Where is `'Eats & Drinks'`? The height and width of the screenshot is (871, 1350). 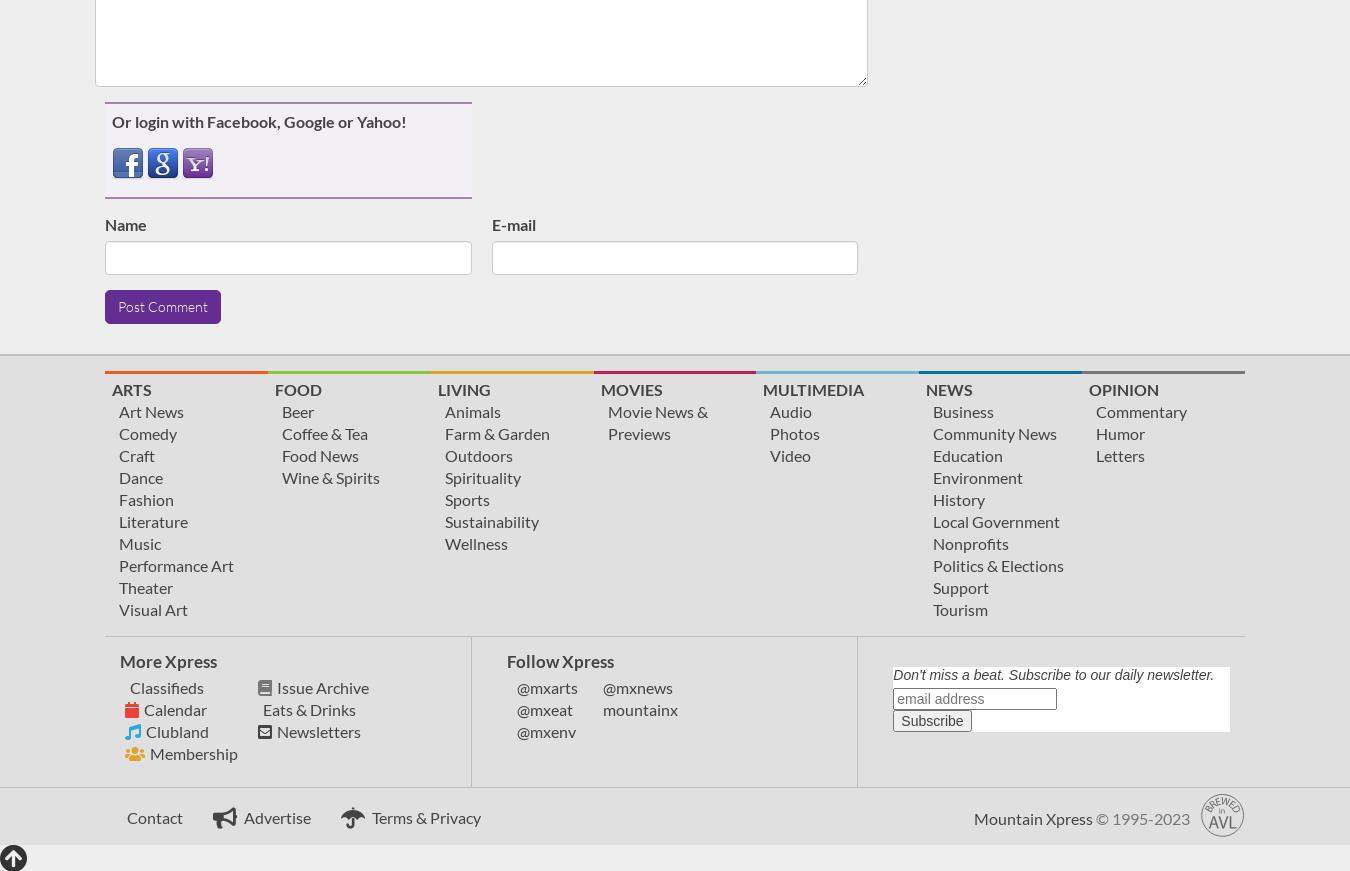 'Eats & Drinks' is located at coordinates (261, 707).